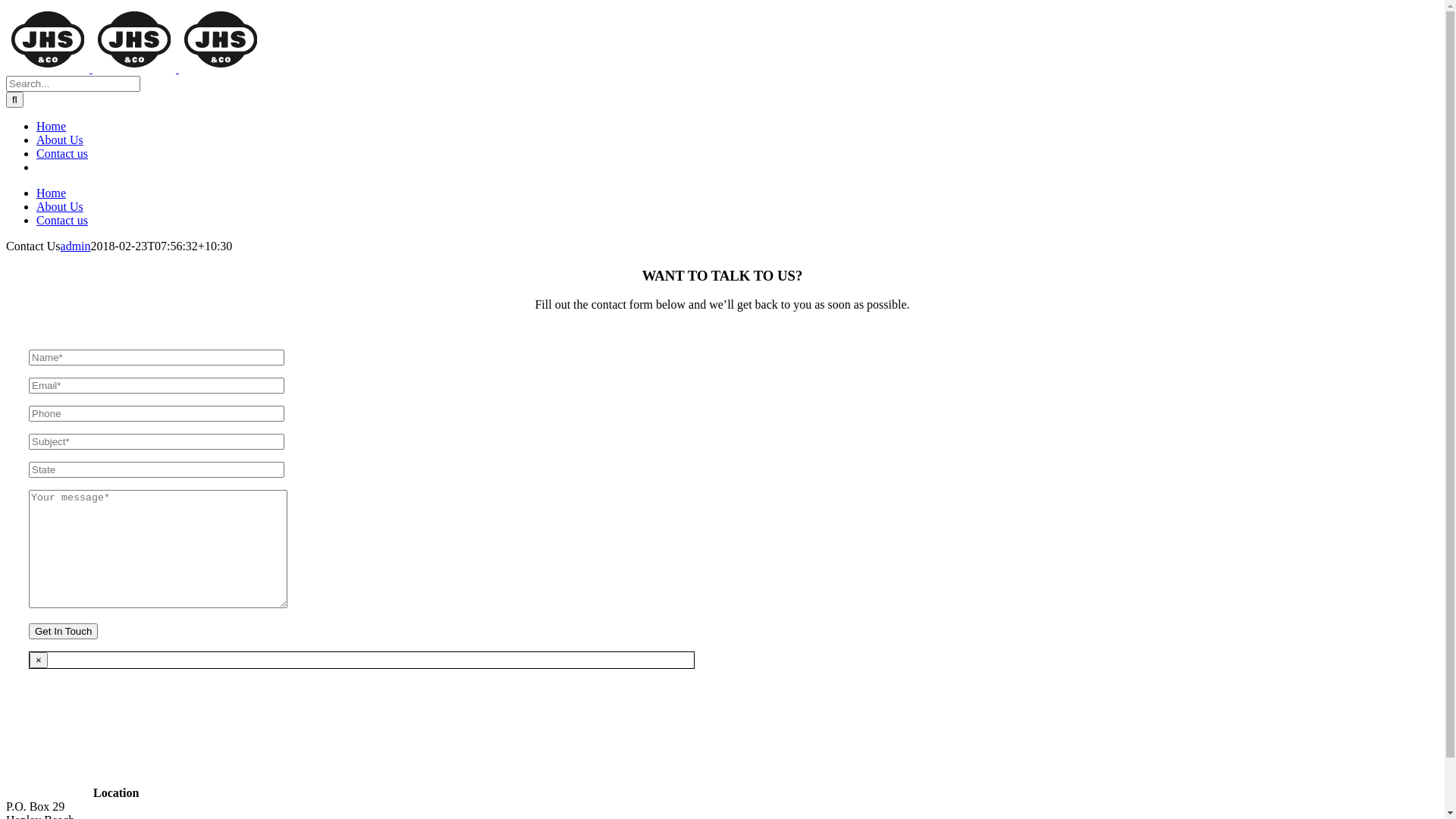  What do you see at coordinates (59, 140) in the screenshot?
I see `'About Us'` at bounding box center [59, 140].